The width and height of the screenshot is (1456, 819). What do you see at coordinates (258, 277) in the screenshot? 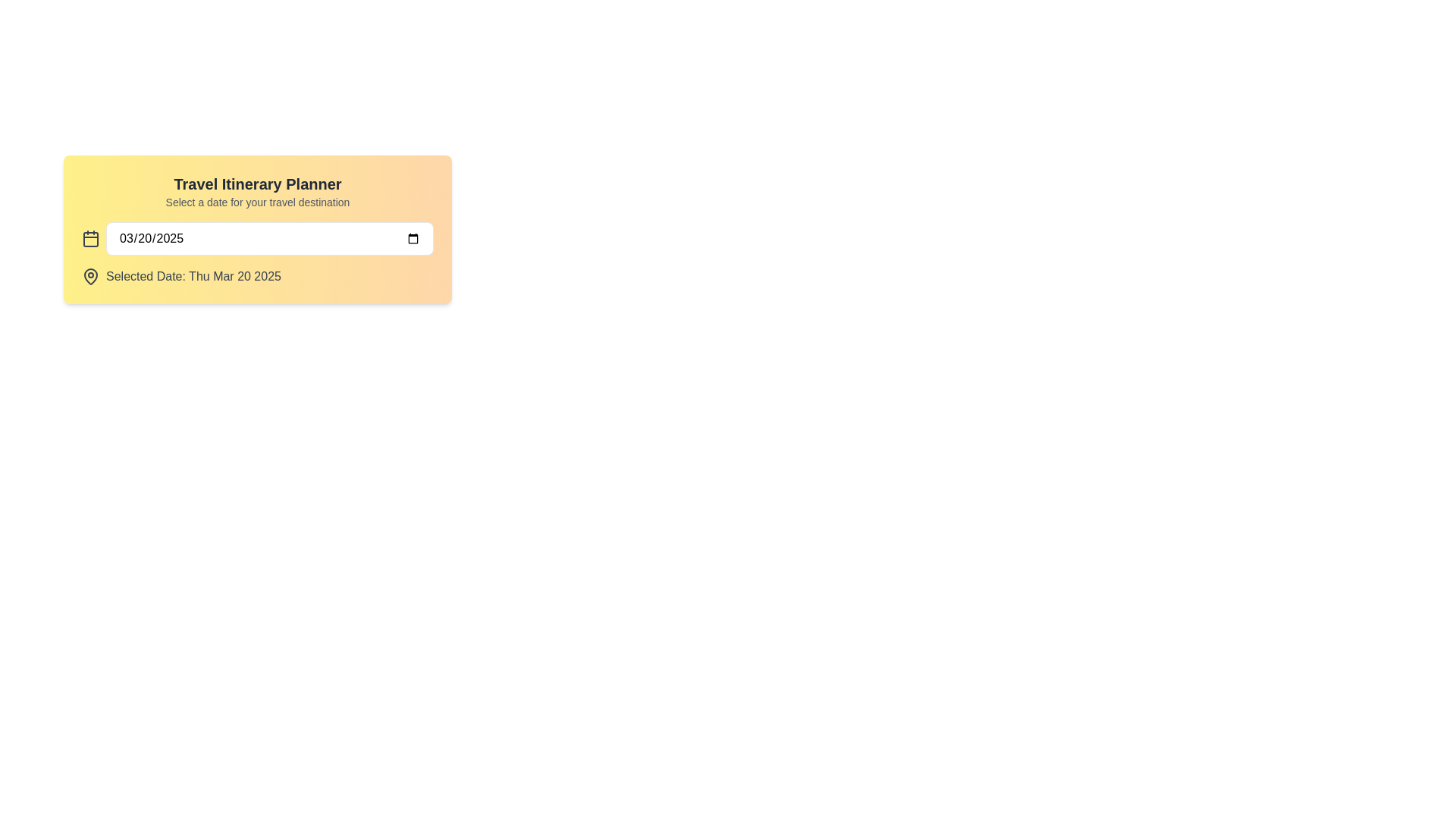
I see `the text label that reads 'Selected Date: Thu Mar 20 2025' with an adjoining map pin icon, located beneath an input field in a card layout` at bounding box center [258, 277].